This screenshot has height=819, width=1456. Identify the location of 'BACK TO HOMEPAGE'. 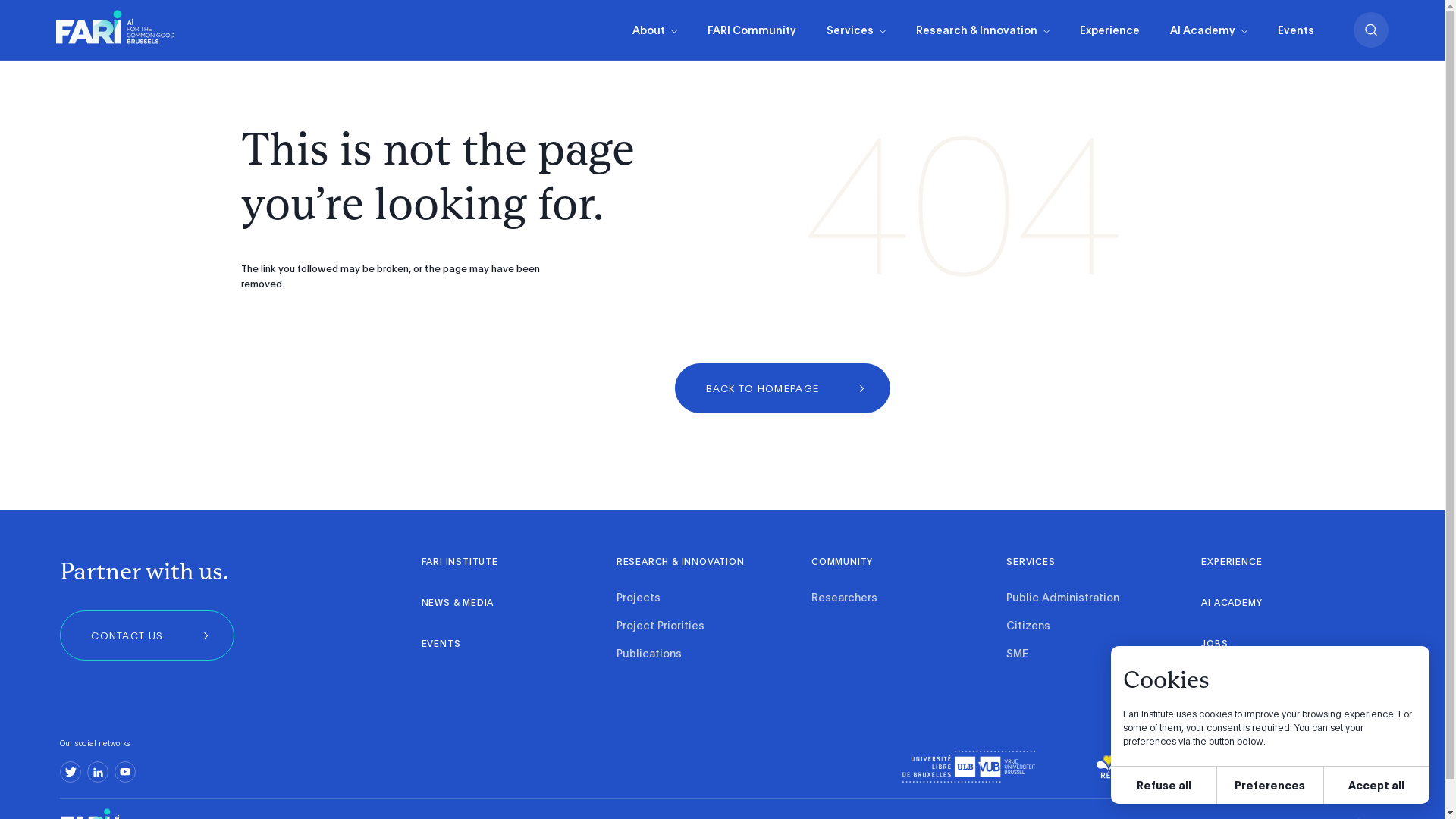
(783, 388).